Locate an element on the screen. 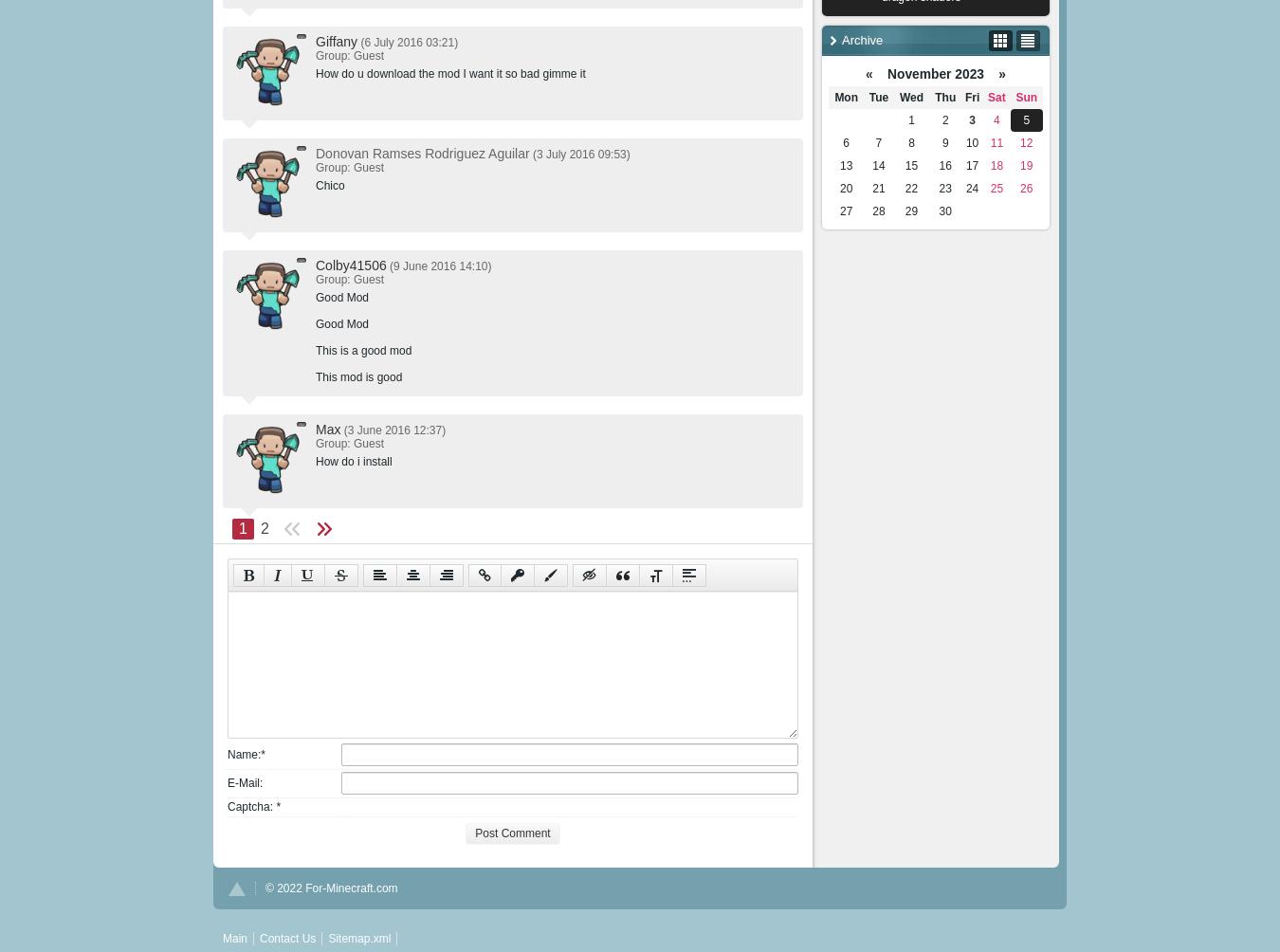 This screenshot has height=952, width=1280. '13' is located at coordinates (846, 164).